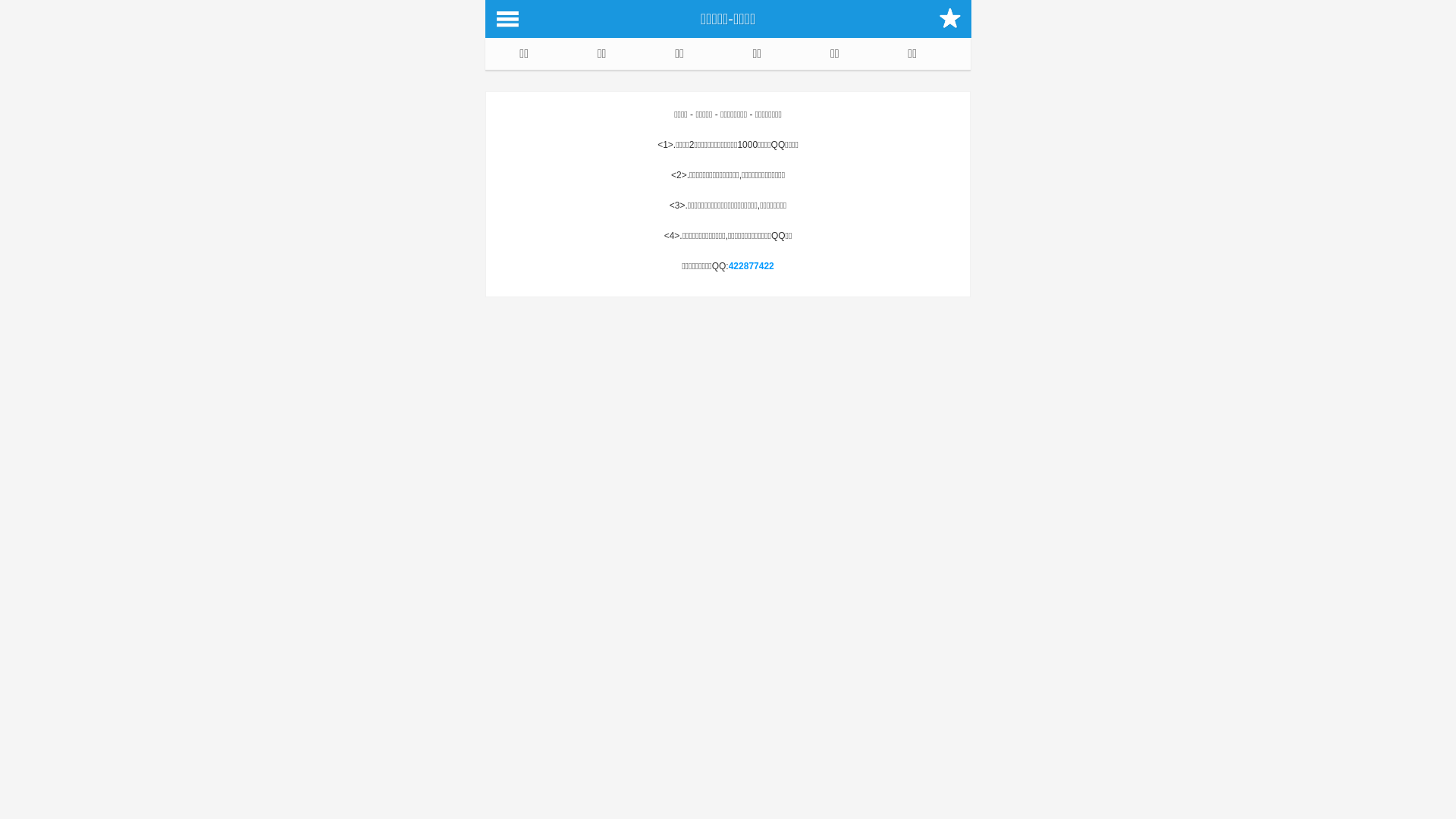 Image resolution: width=1456 pixels, height=819 pixels. I want to click on '422877422', so click(751, 265).